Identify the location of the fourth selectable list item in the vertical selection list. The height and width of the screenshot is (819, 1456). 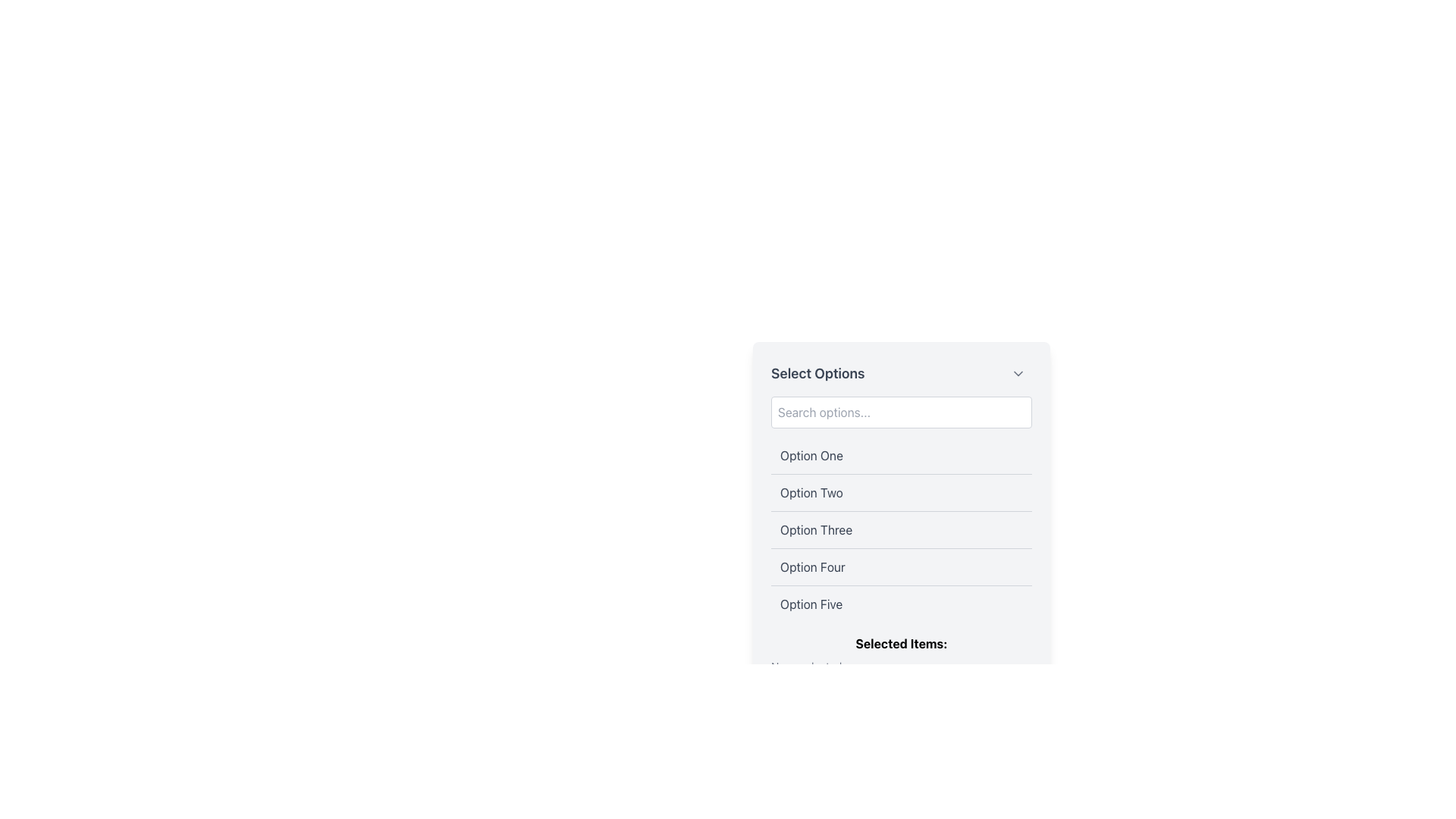
(902, 566).